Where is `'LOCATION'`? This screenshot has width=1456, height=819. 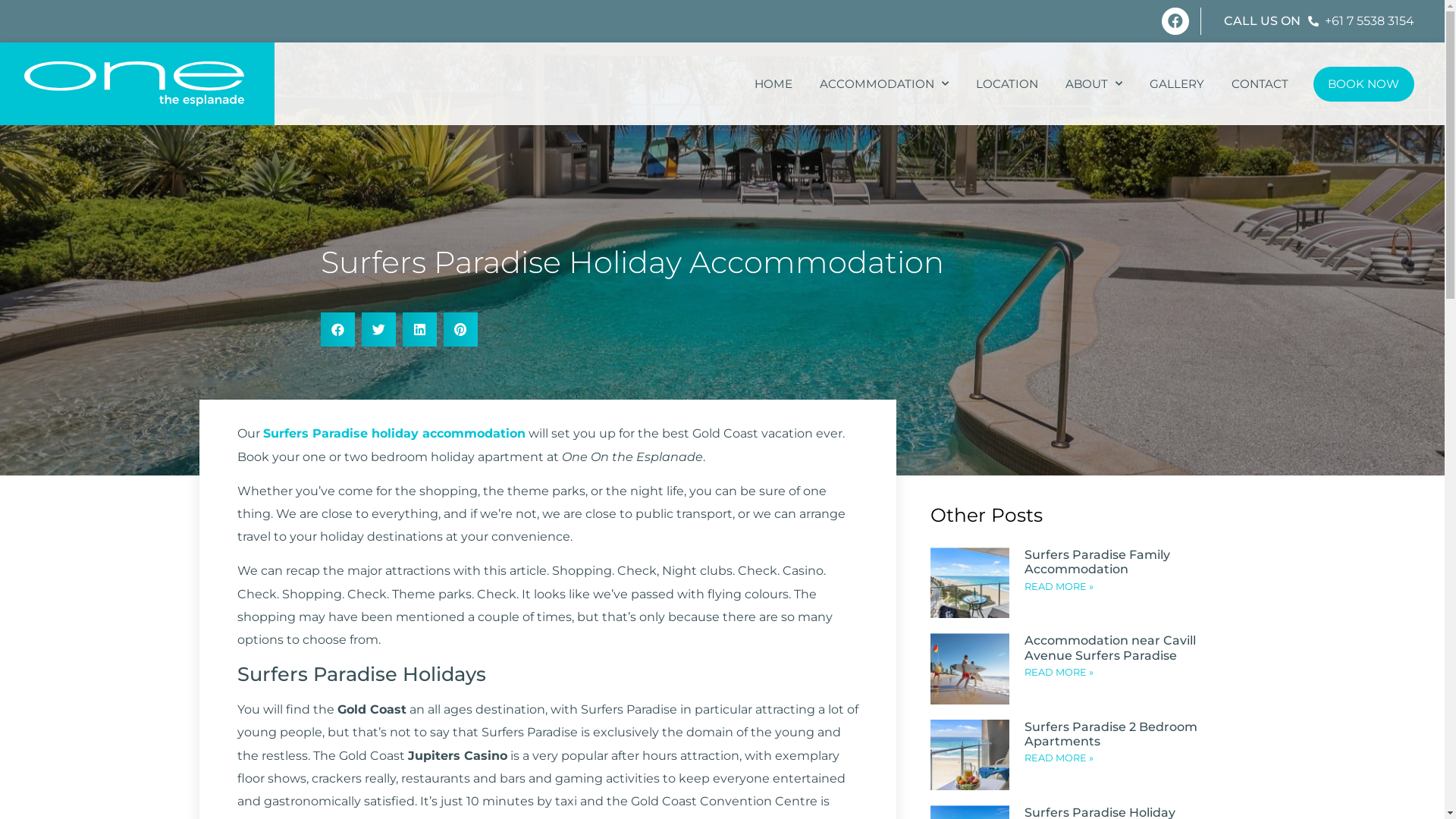 'LOCATION' is located at coordinates (1006, 84).